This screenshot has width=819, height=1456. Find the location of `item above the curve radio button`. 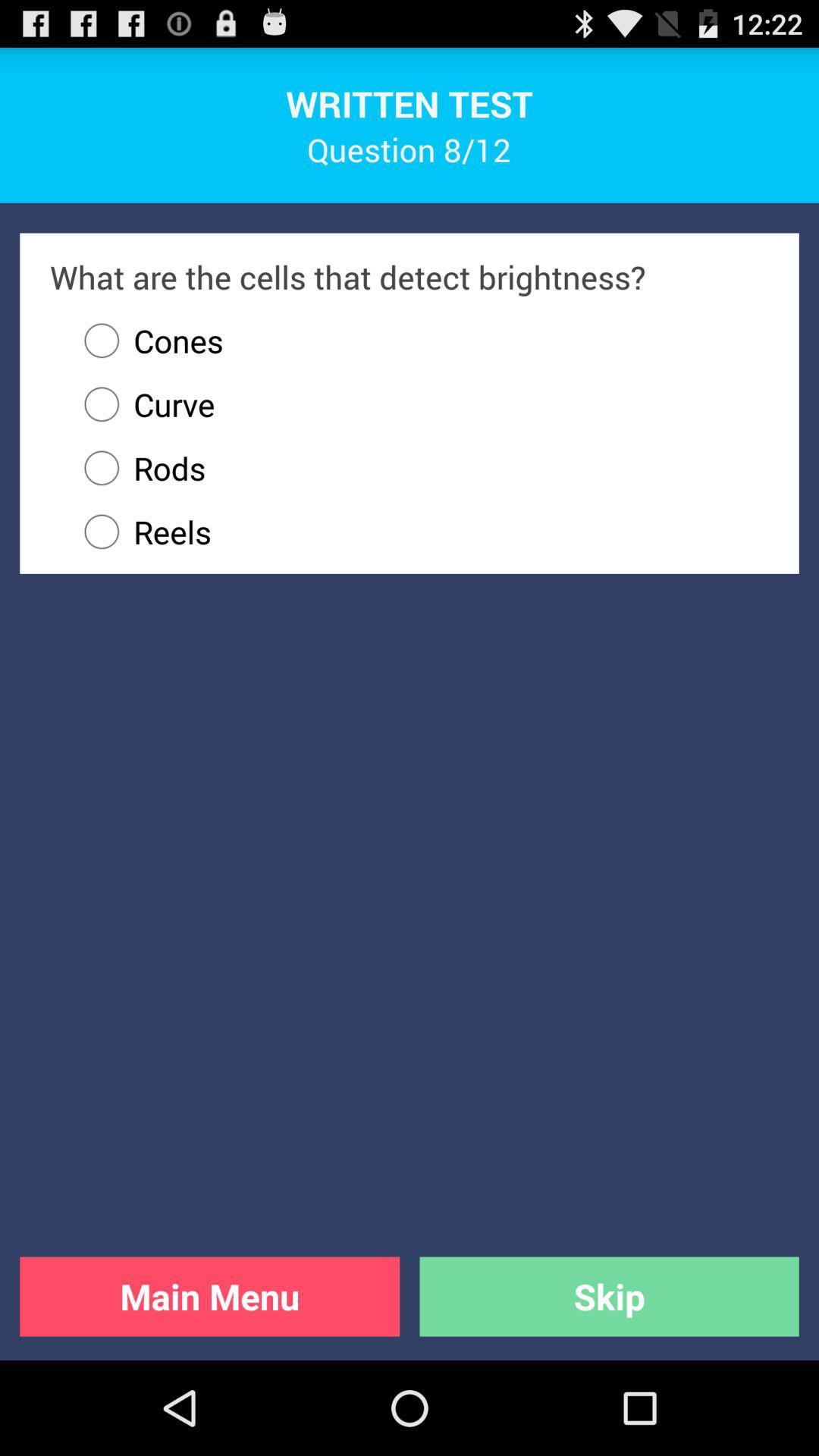

item above the curve radio button is located at coordinates (146, 340).